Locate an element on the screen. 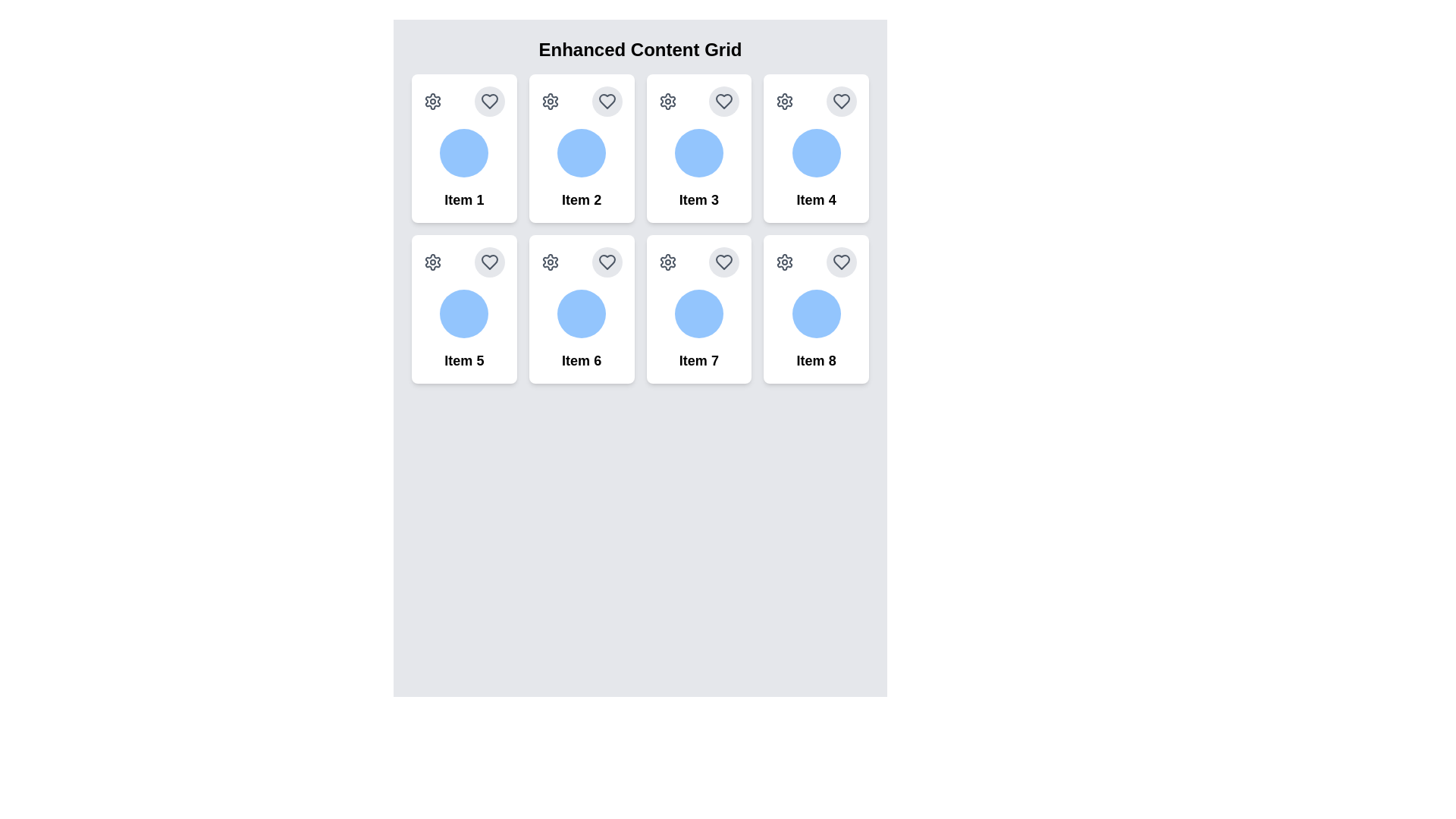 This screenshot has width=1456, height=819. the text label that displays 'Item 5', which is located at the bottom-center of the card for 'Item 5' is located at coordinates (463, 360).